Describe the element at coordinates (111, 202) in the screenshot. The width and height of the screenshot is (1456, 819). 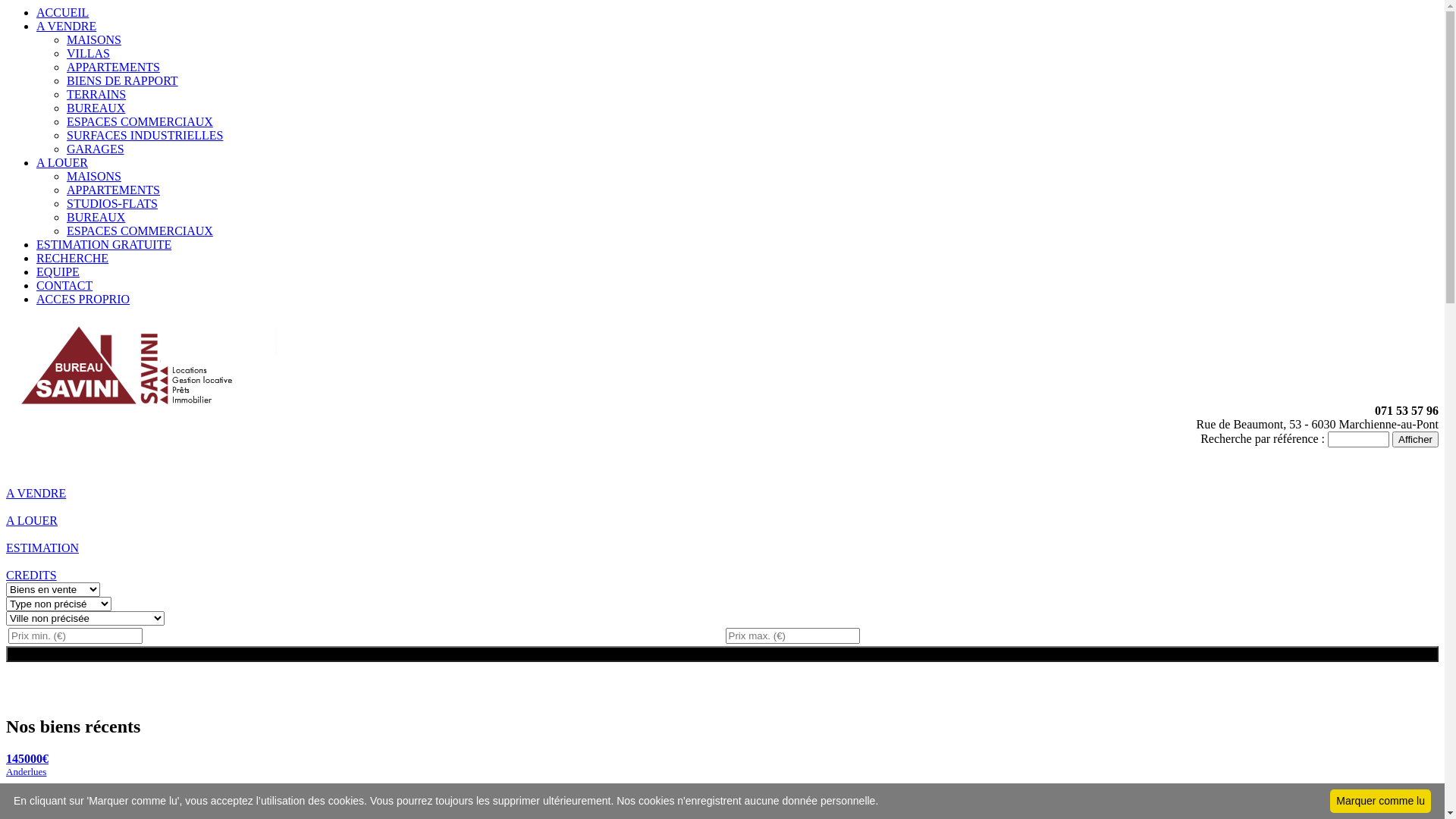
I see `'STUDIOS-FLATS'` at that location.